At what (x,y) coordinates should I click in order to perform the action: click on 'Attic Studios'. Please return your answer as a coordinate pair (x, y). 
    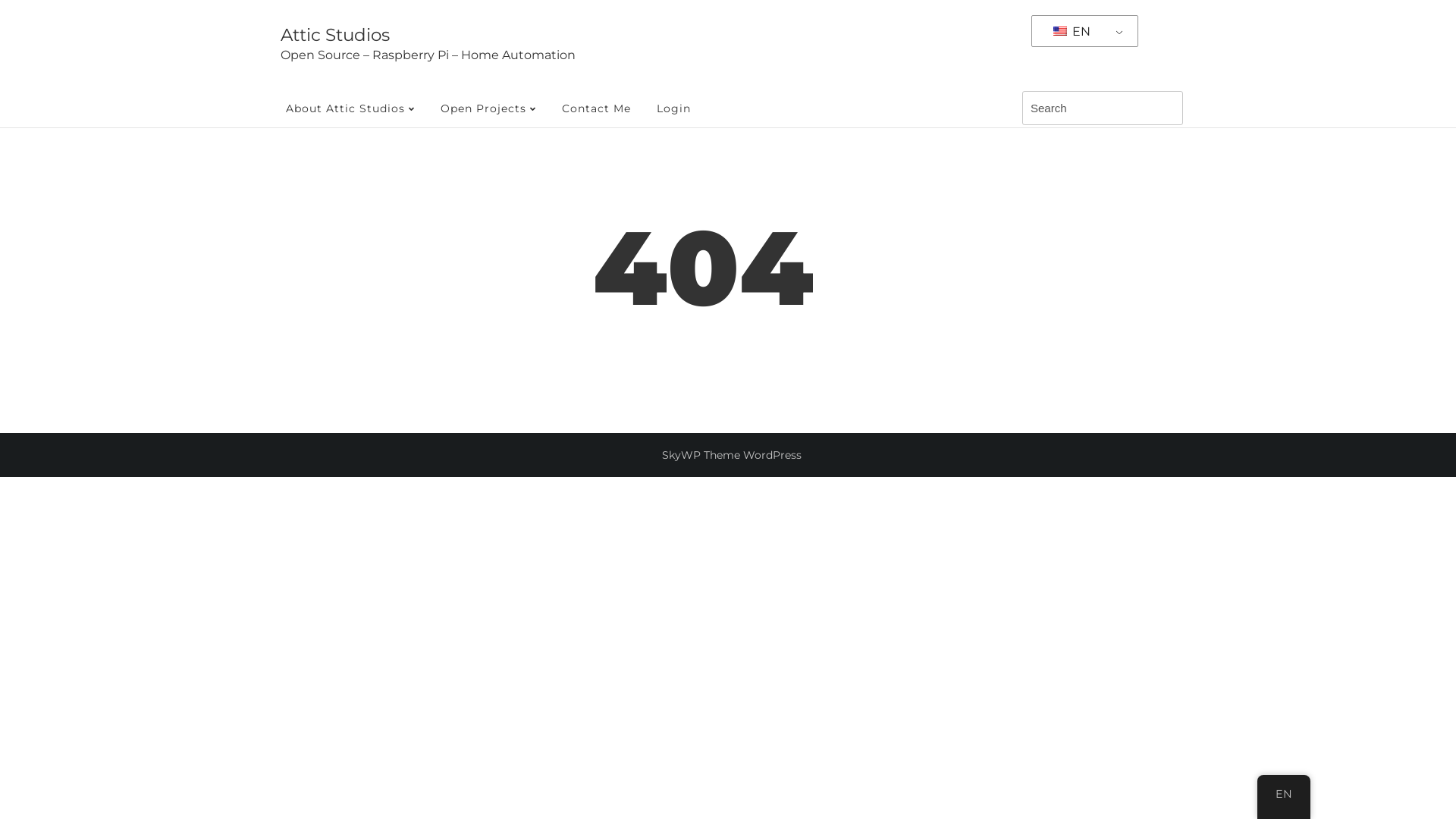
    Looking at the image, I should click on (334, 34).